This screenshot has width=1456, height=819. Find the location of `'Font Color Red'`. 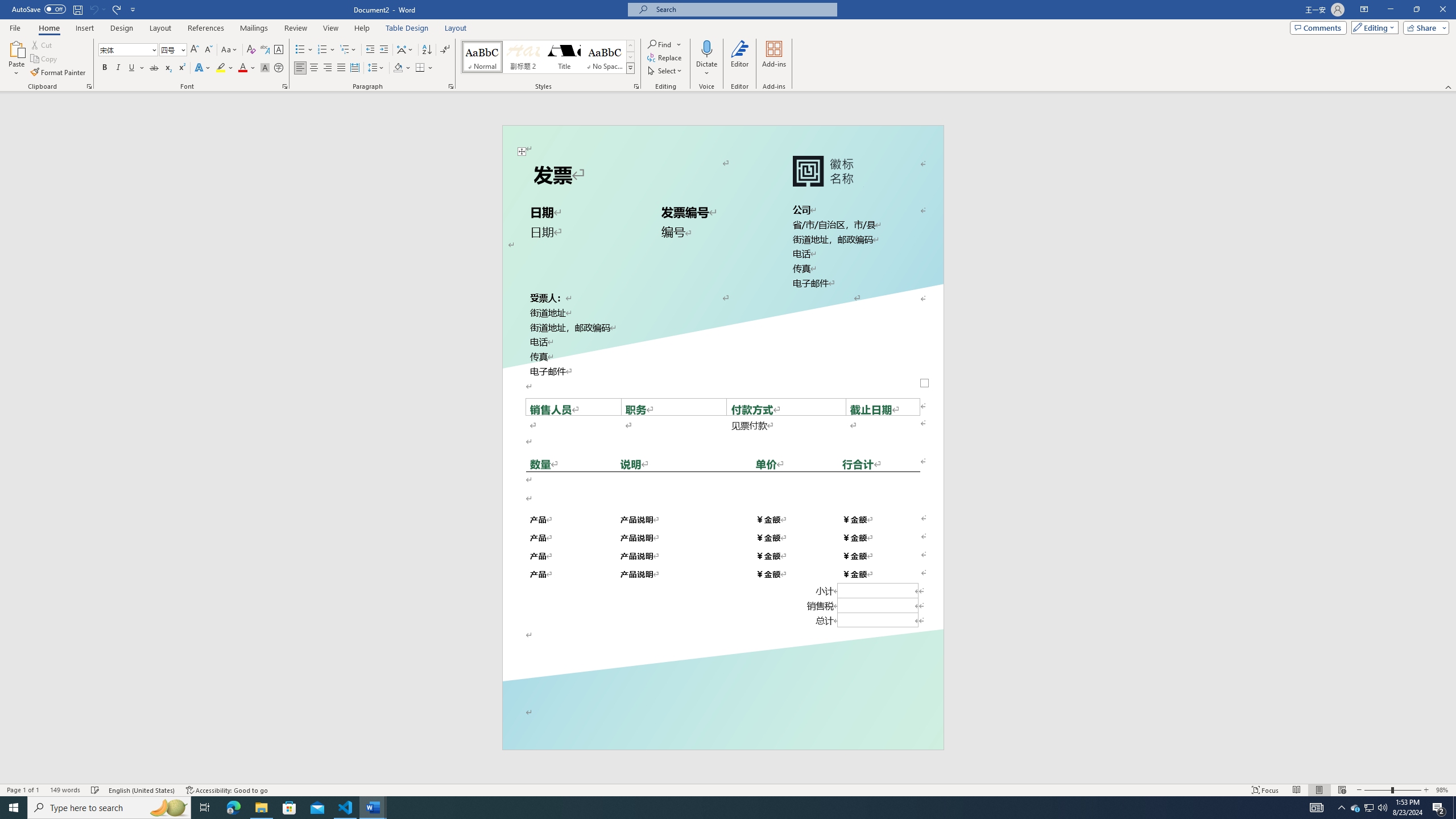

'Font Color Red' is located at coordinates (242, 67).